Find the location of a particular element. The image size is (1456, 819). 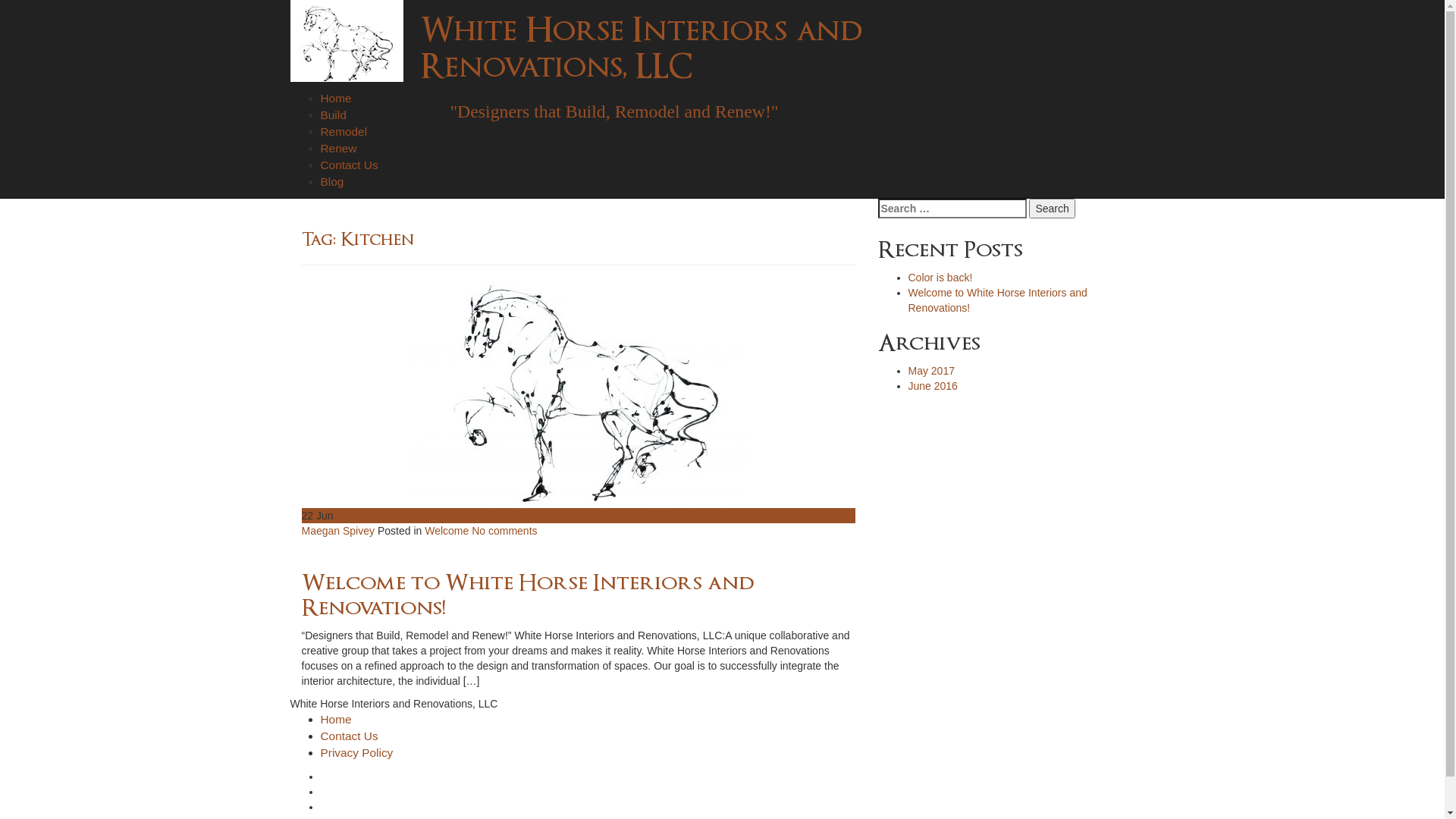

'Contact Us' is located at coordinates (348, 165).